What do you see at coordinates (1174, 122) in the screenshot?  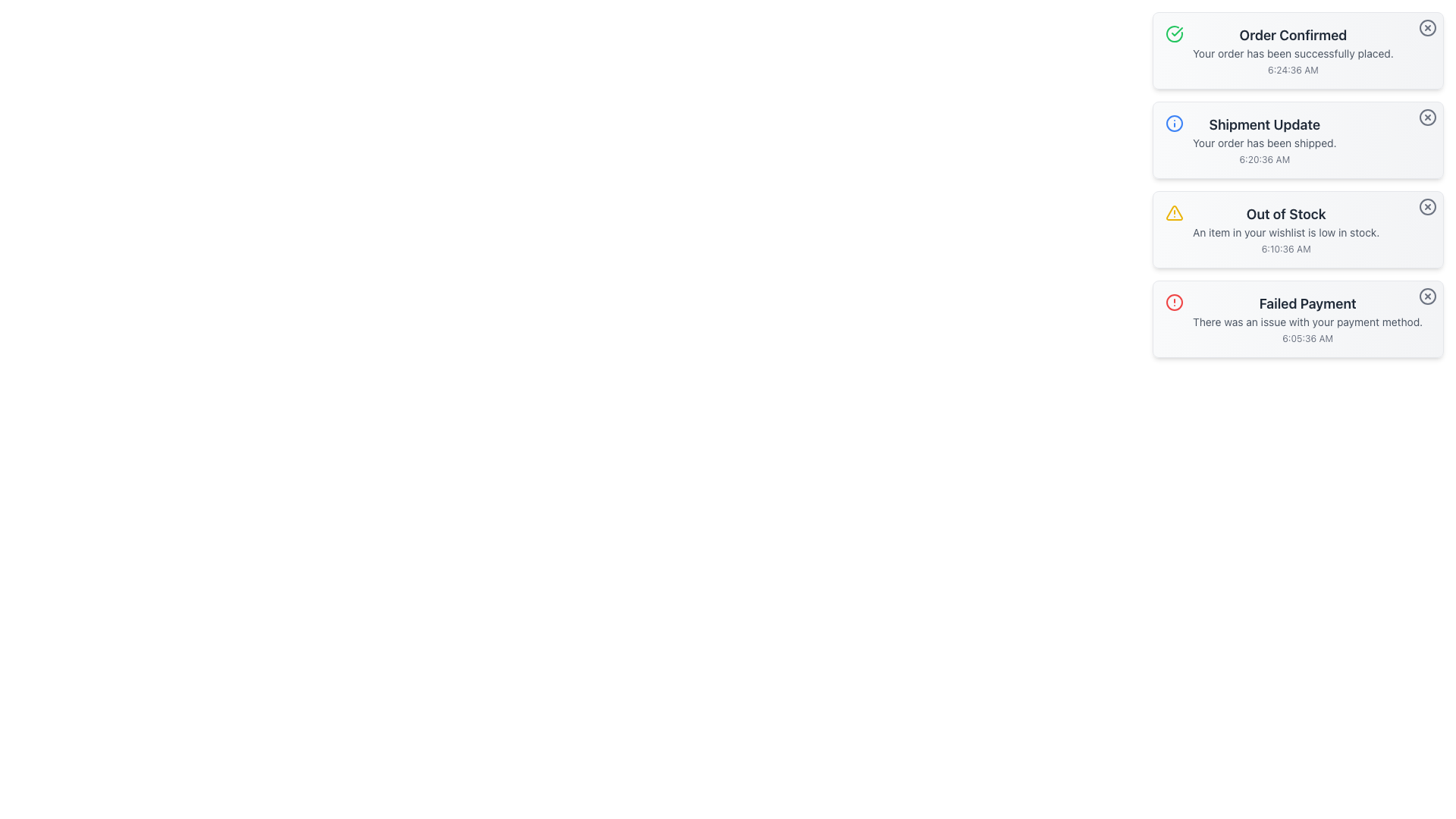 I see `the information icon in the top left corner of the 'Shipment Update' notification box to understand its context` at bounding box center [1174, 122].